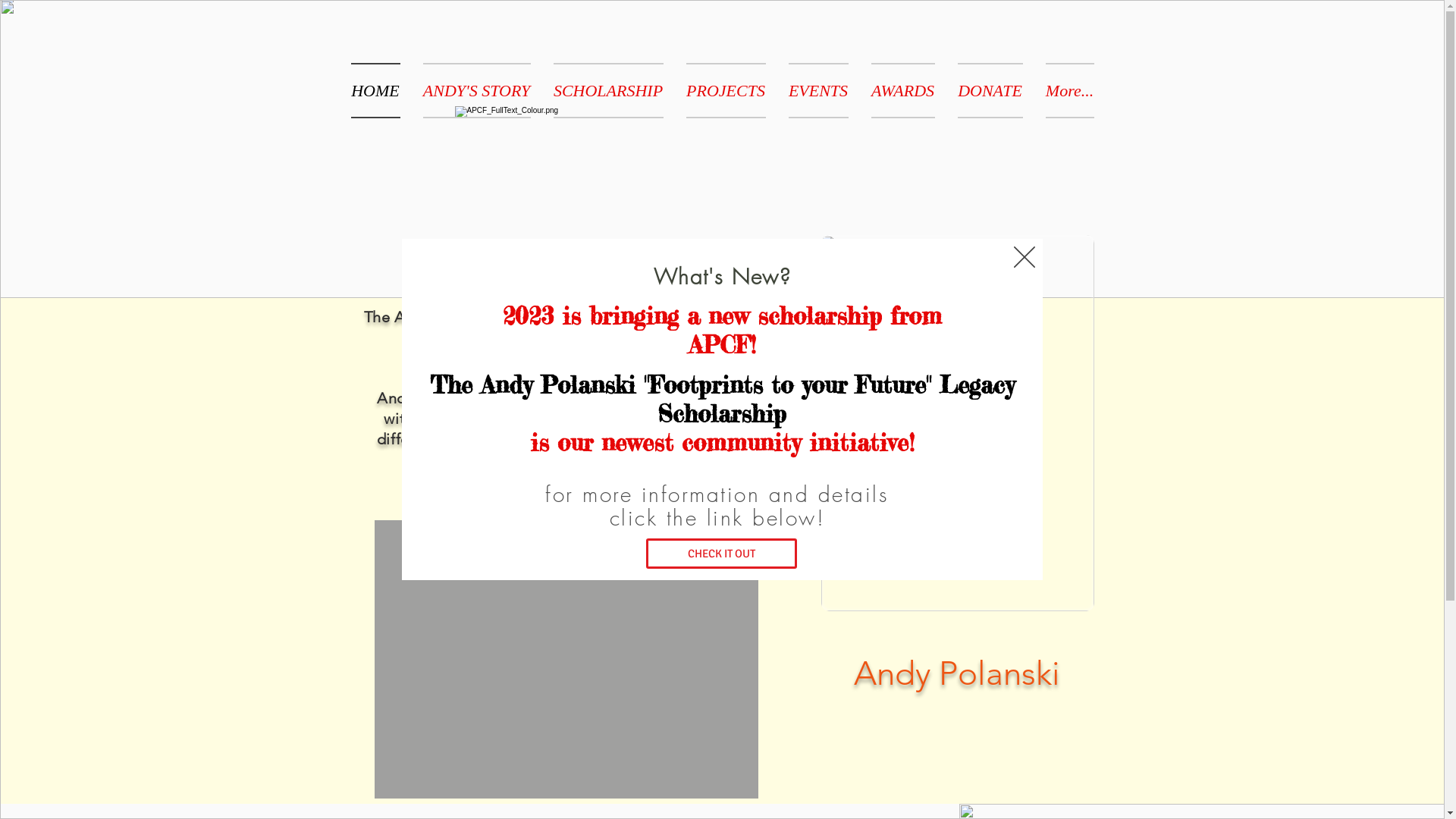  What do you see at coordinates (411, 90) in the screenshot?
I see `'ANDY'S STORY'` at bounding box center [411, 90].